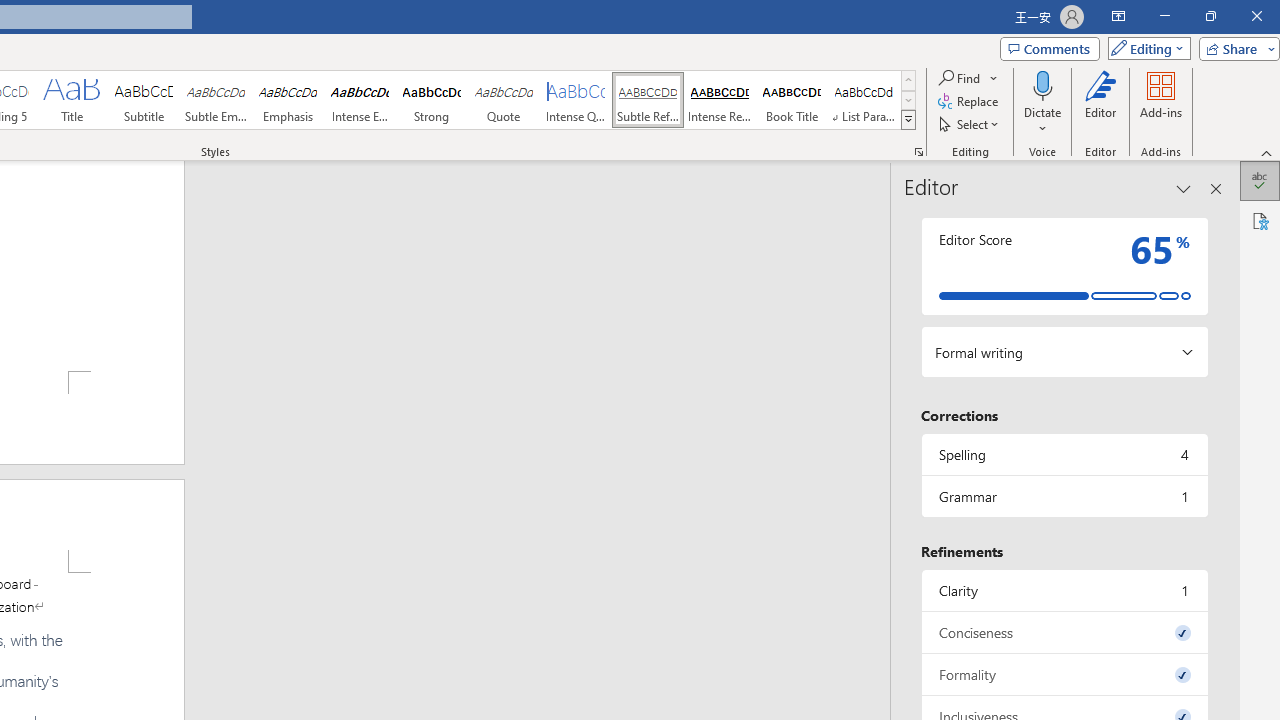 This screenshot has width=1280, height=720. I want to click on 'Styles...', so click(918, 150).